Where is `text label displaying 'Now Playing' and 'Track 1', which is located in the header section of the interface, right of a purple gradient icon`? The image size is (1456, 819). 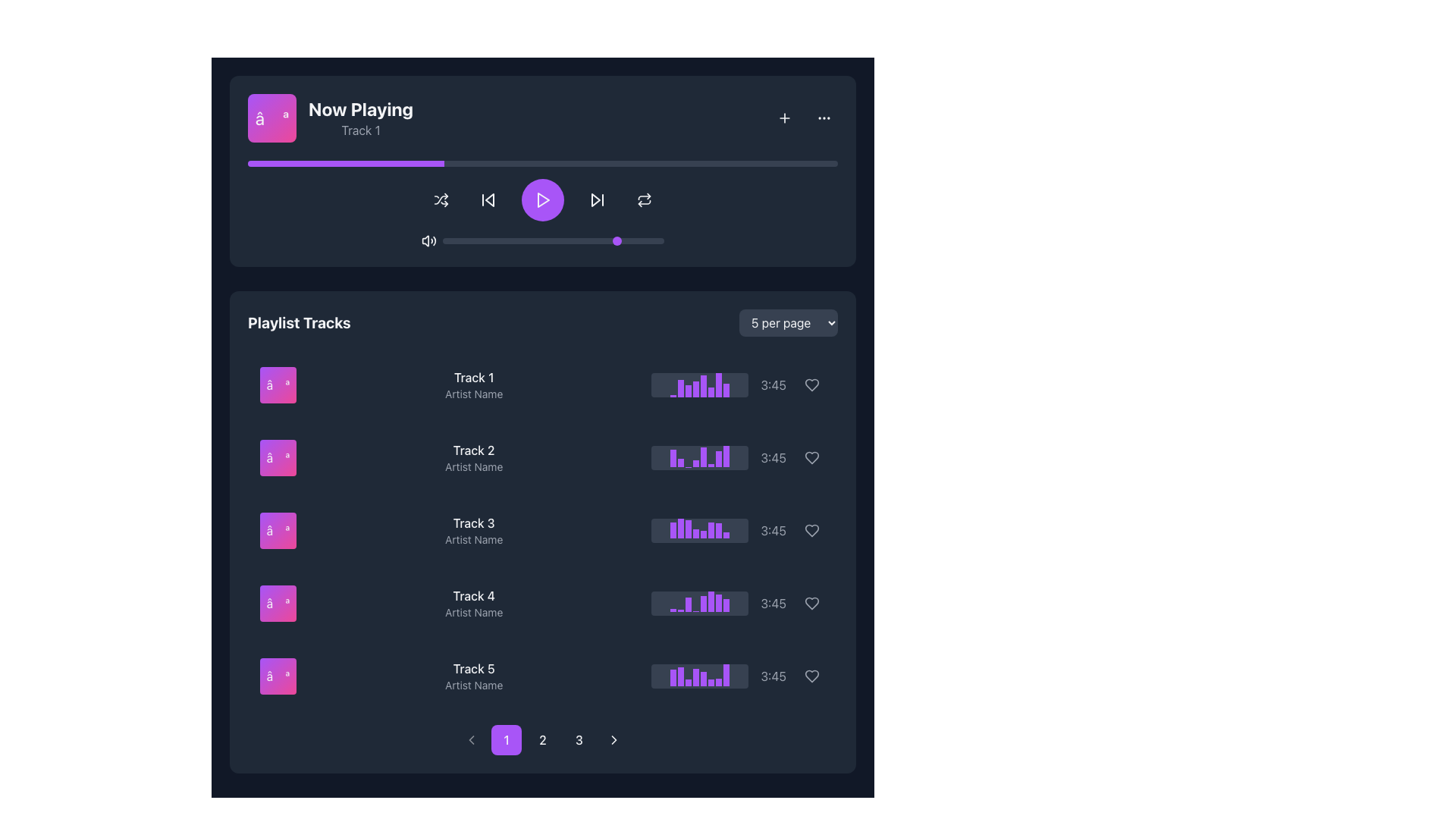 text label displaying 'Now Playing' and 'Track 1', which is located in the header section of the interface, right of a purple gradient icon is located at coordinates (359, 117).